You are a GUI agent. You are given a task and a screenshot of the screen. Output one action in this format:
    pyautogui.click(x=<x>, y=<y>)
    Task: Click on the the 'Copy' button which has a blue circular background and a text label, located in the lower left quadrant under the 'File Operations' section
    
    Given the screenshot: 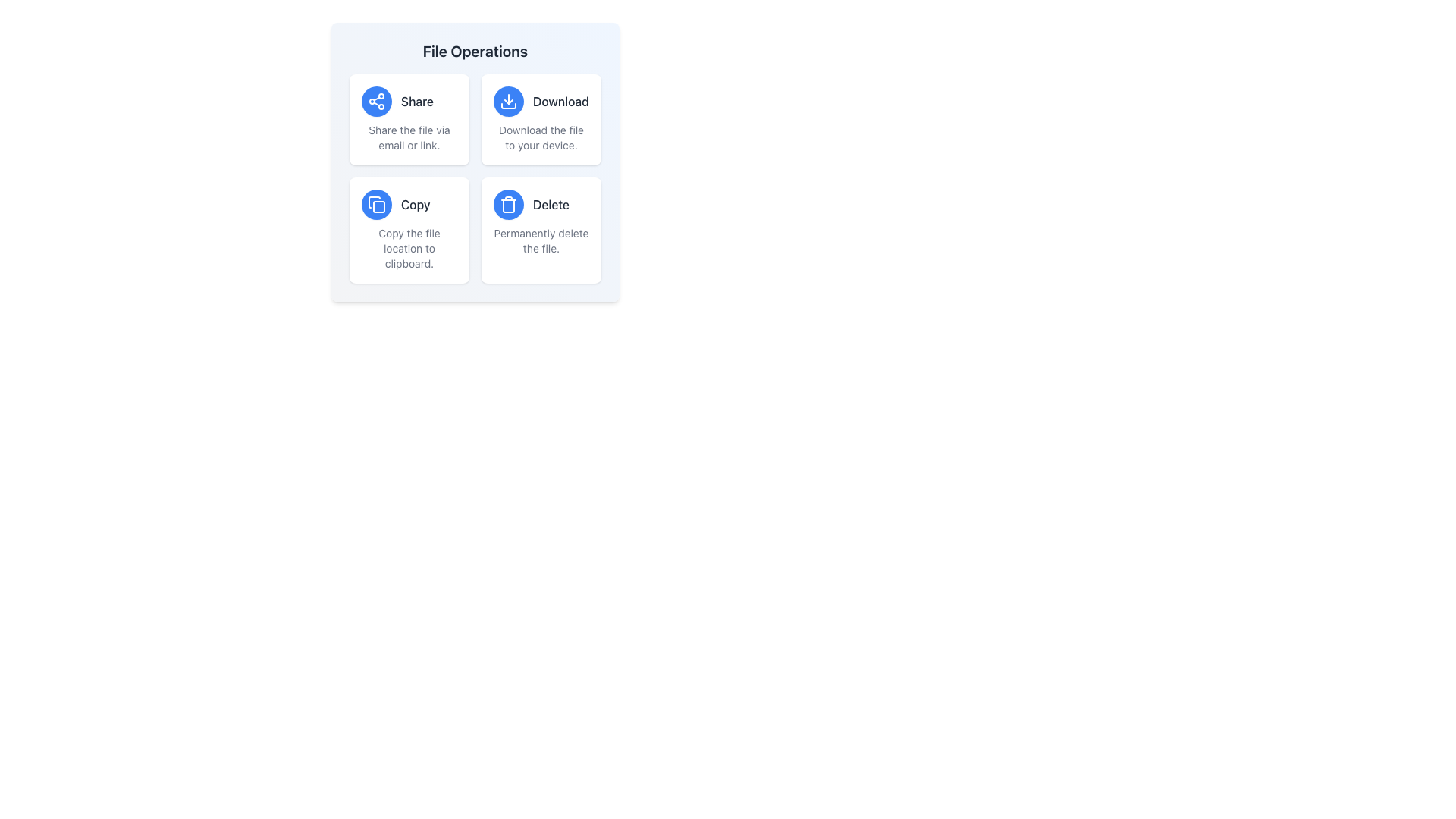 What is the action you would take?
    pyautogui.click(x=409, y=205)
    